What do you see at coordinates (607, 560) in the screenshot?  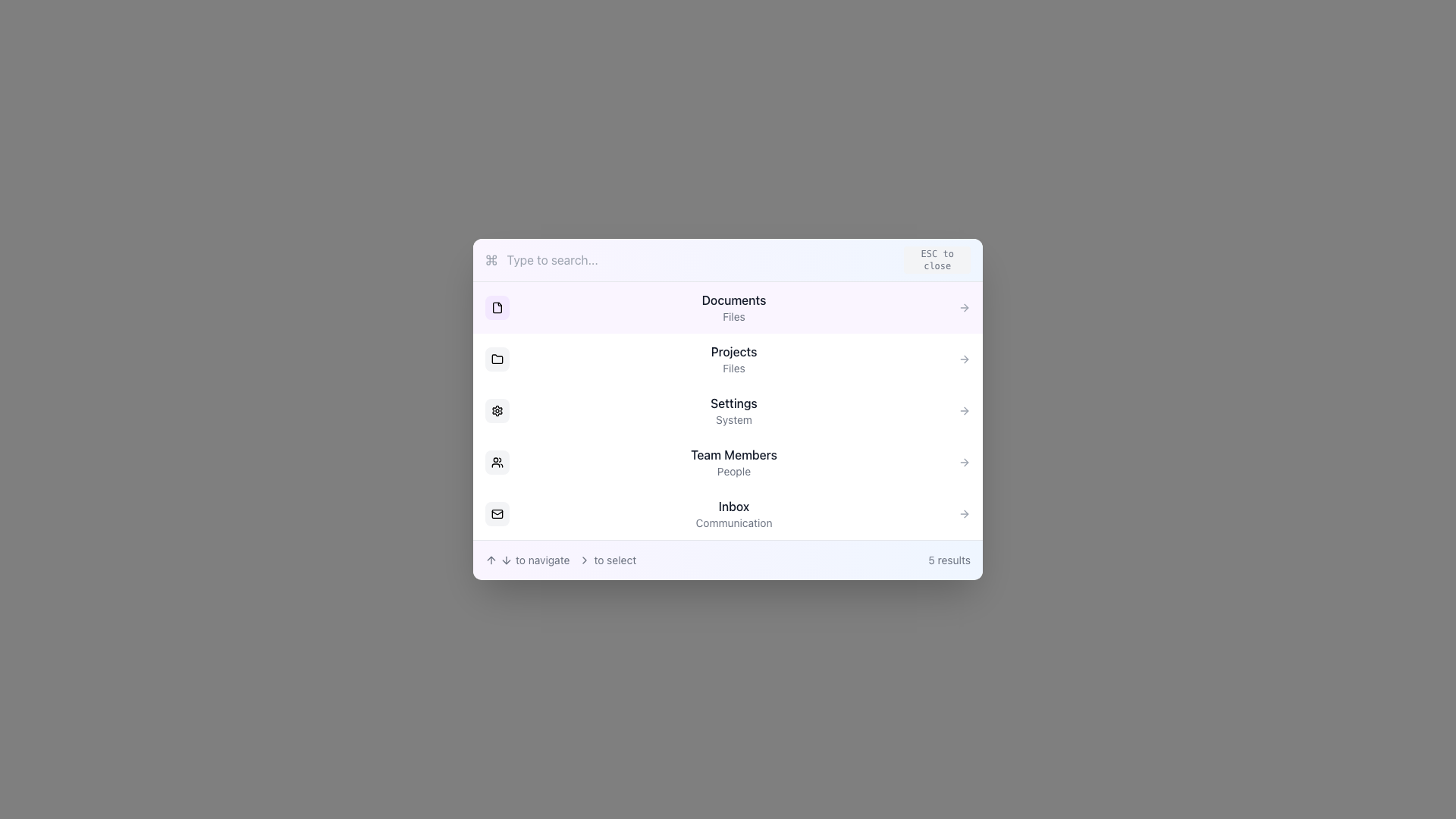 I see `the text label that reads 'to select', which is positioned next to an icon resembling a right-facing arrowhead in the bottom section of the interface` at bounding box center [607, 560].